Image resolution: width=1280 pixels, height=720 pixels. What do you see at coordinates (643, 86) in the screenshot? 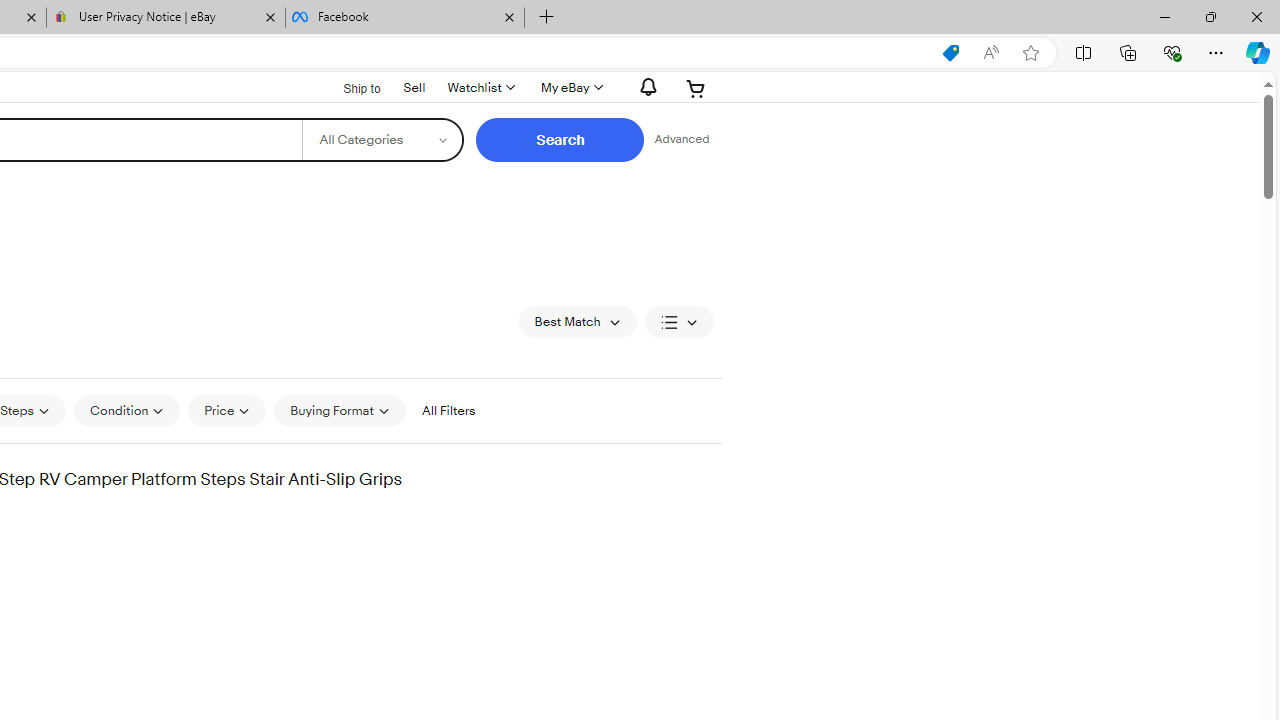
I see `'Notifications'` at bounding box center [643, 86].